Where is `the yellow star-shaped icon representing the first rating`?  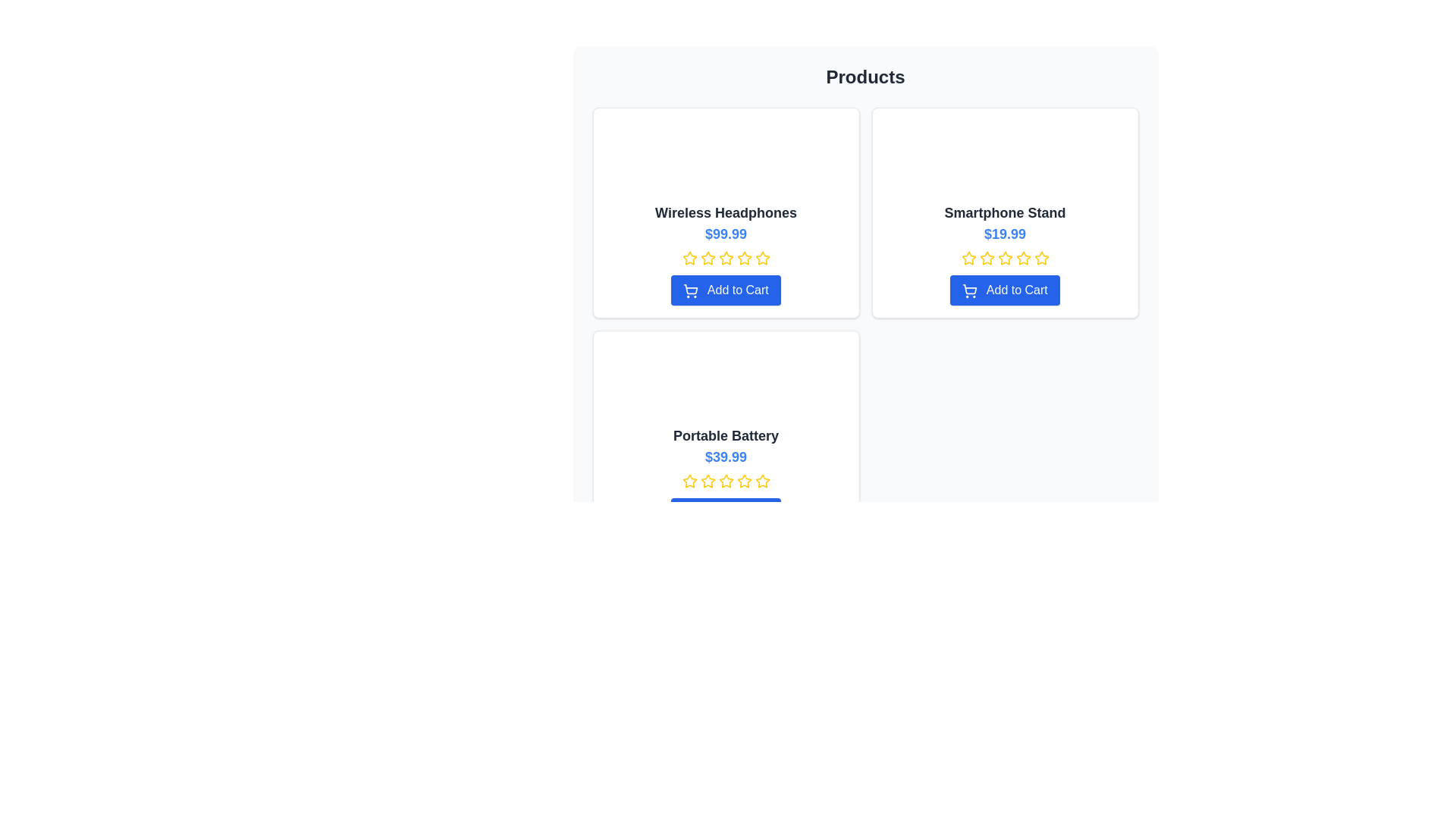
the yellow star-shaped icon representing the first rating is located at coordinates (968, 257).